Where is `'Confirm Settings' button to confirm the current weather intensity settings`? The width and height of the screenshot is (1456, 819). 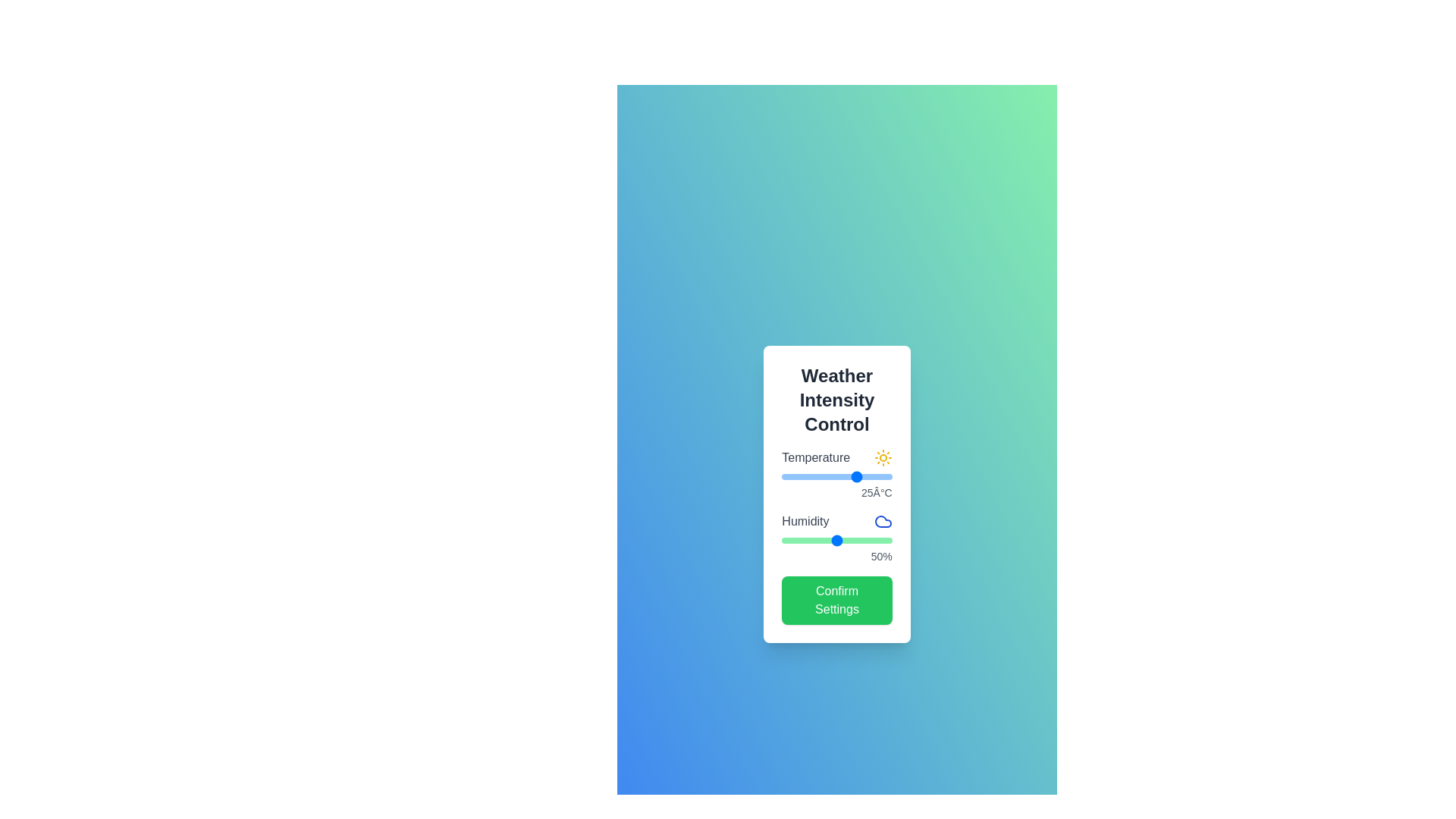
'Confirm Settings' button to confirm the current weather intensity settings is located at coordinates (836, 599).